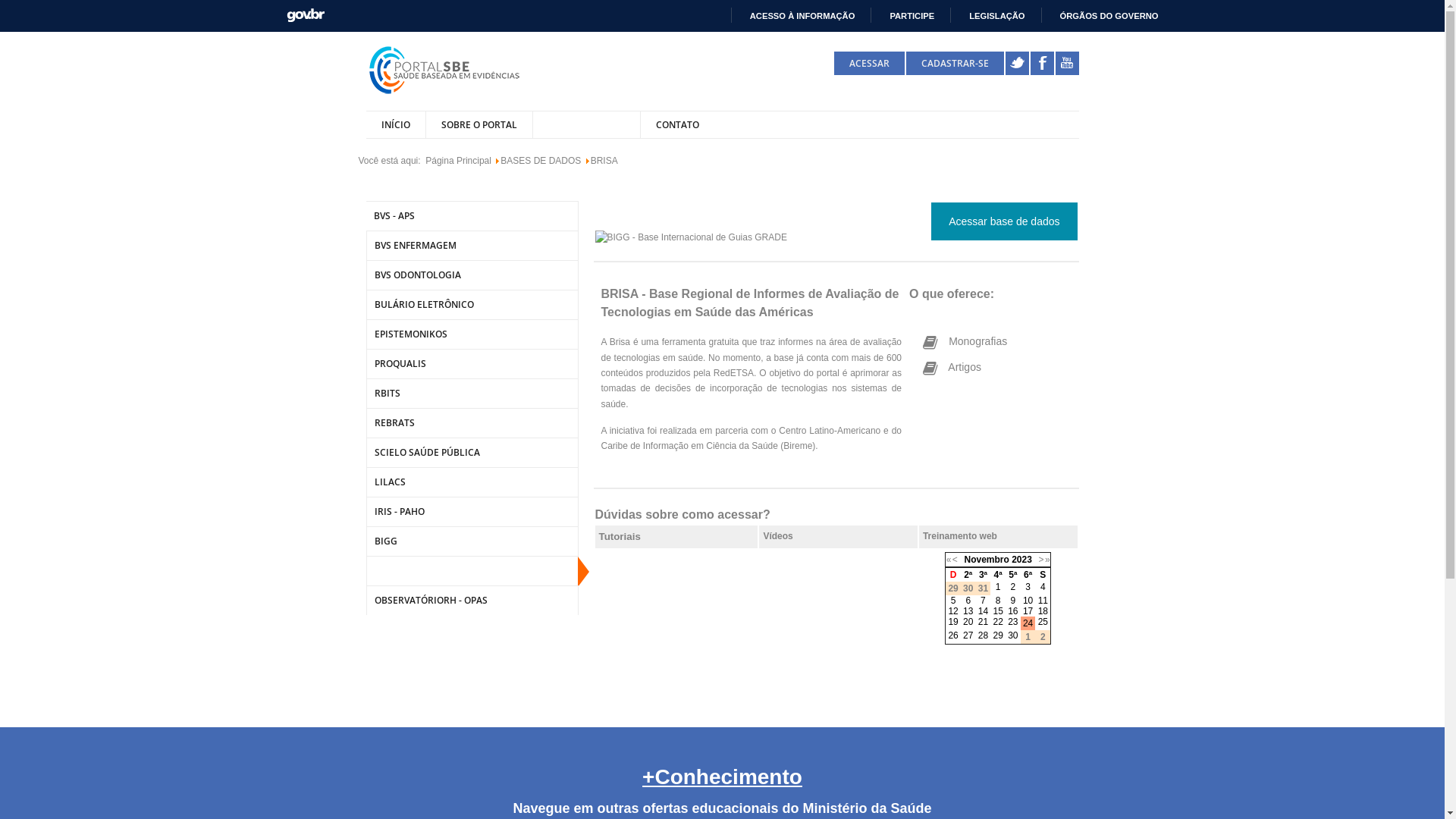  I want to click on 'BVS ENFERMAGEM', so click(471, 244).